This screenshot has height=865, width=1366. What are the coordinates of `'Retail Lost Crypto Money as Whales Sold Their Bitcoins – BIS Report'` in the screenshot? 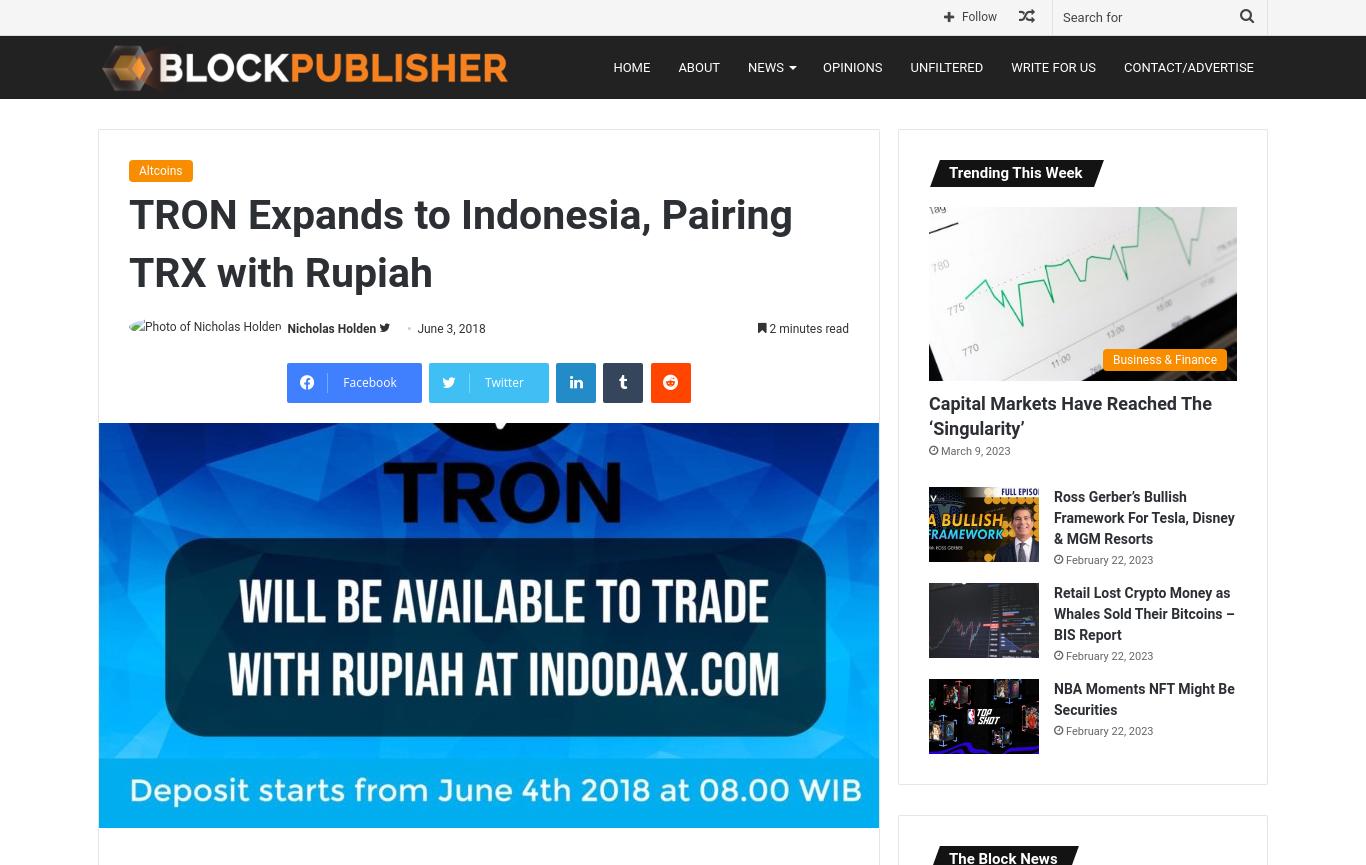 It's located at (1053, 613).